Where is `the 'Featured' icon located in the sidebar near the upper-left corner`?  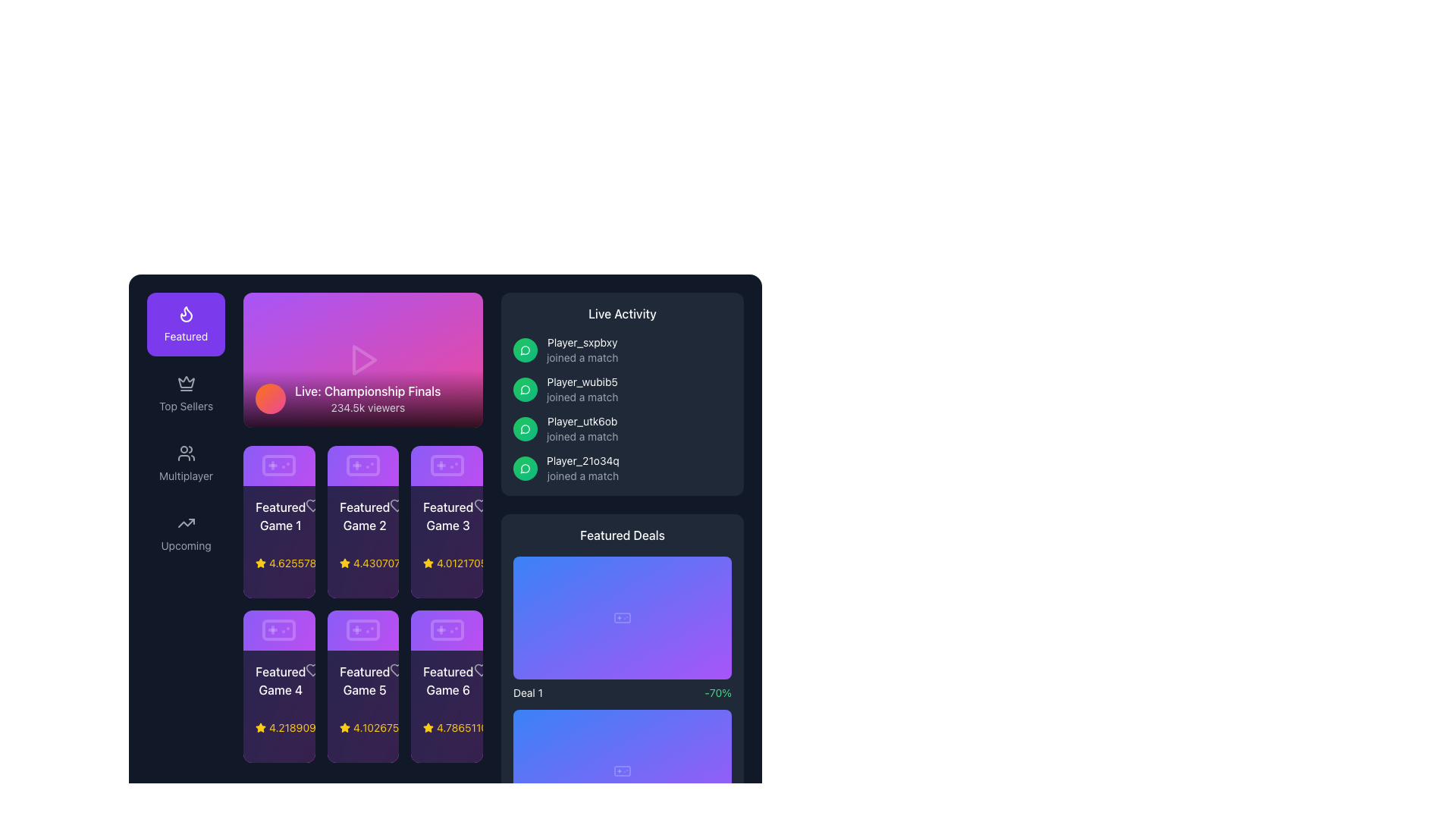 the 'Featured' icon located in the sidebar near the upper-left corner is located at coordinates (185, 313).